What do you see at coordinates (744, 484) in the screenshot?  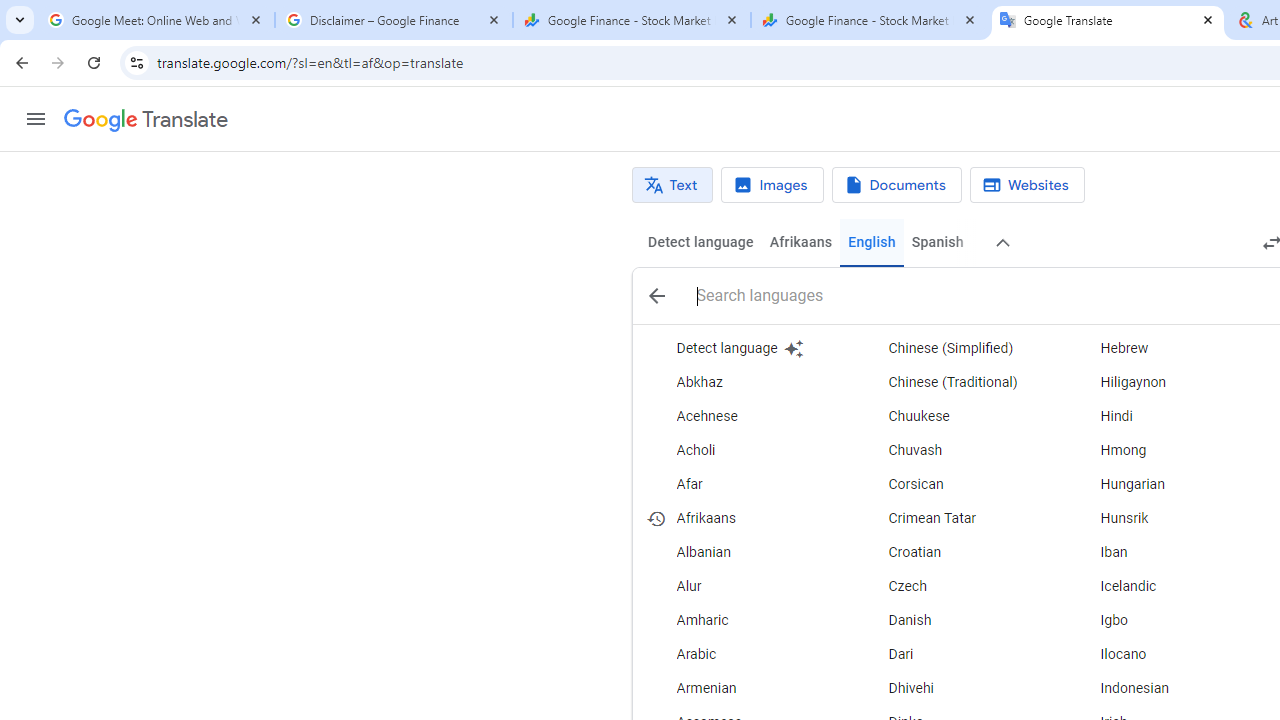 I see `'Afar'` at bounding box center [744, 484].